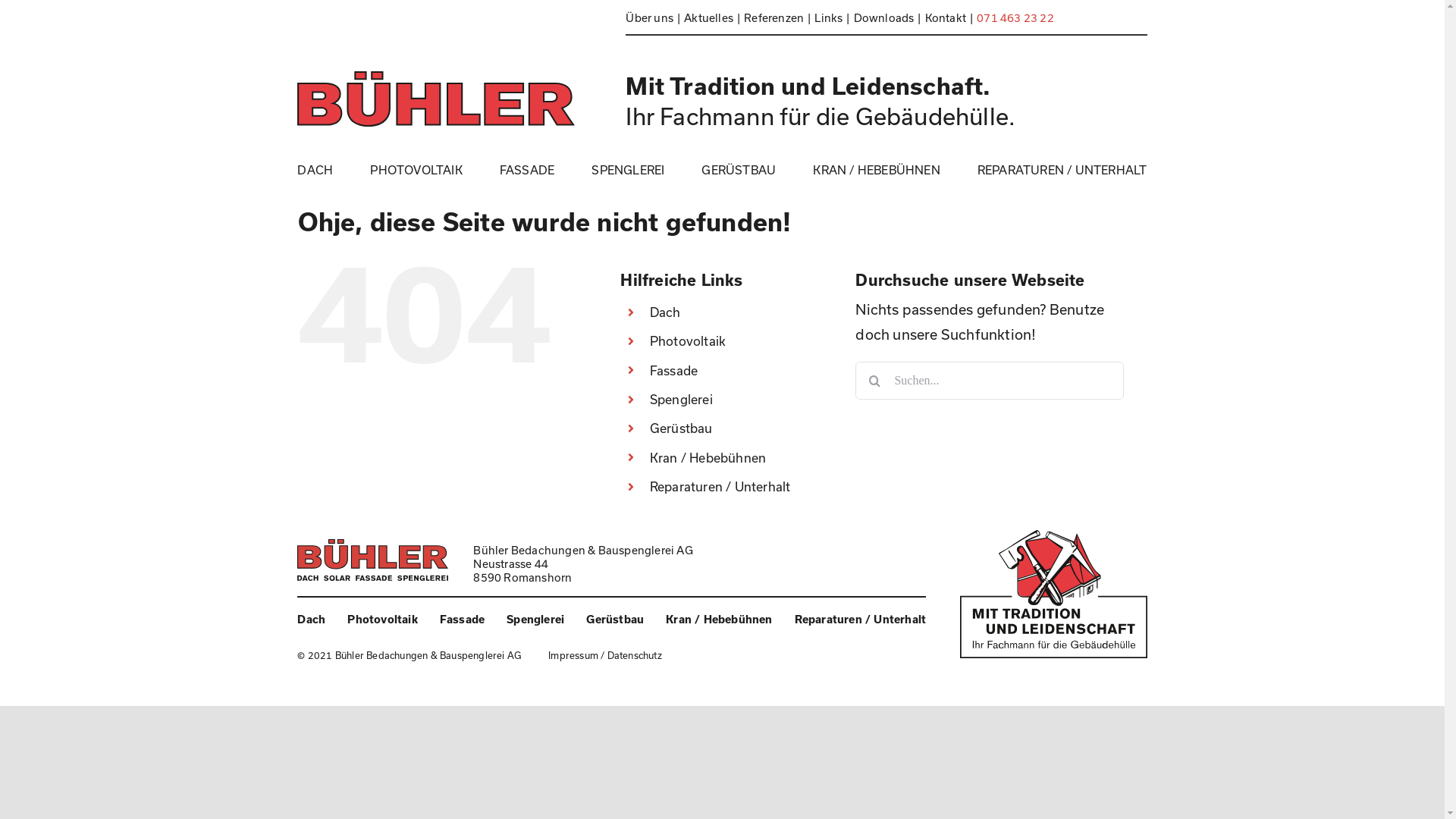 The width and height of the screenshot is (1456, 819). What do you see at coordinates (665, 311) in the screenshot?
I see `'Dach'` at bounding box center [665, 311].